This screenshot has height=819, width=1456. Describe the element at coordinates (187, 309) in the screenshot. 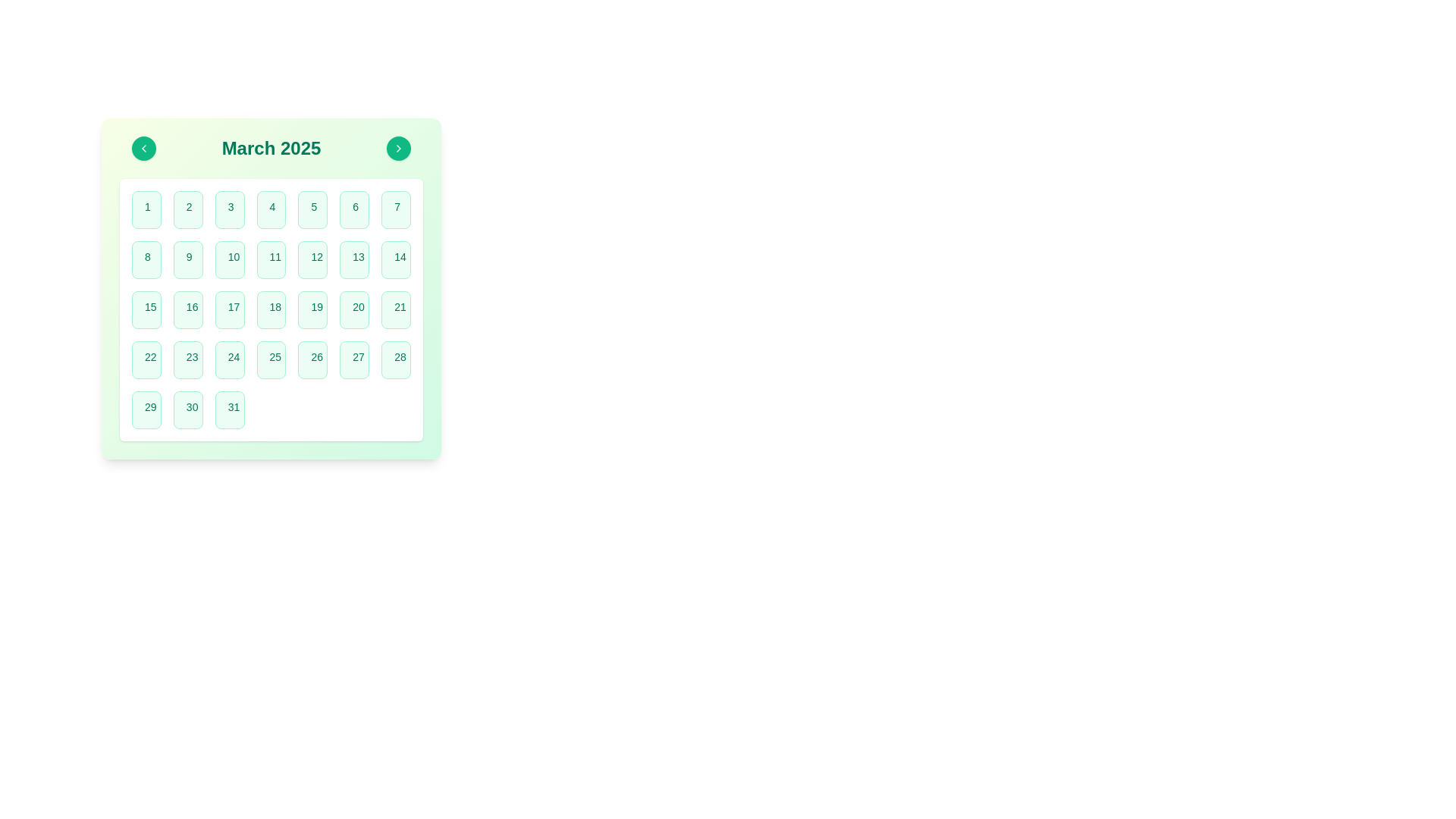

I see `the Calendar date cell displaying the number '16' for keyboard navigation` at that location.